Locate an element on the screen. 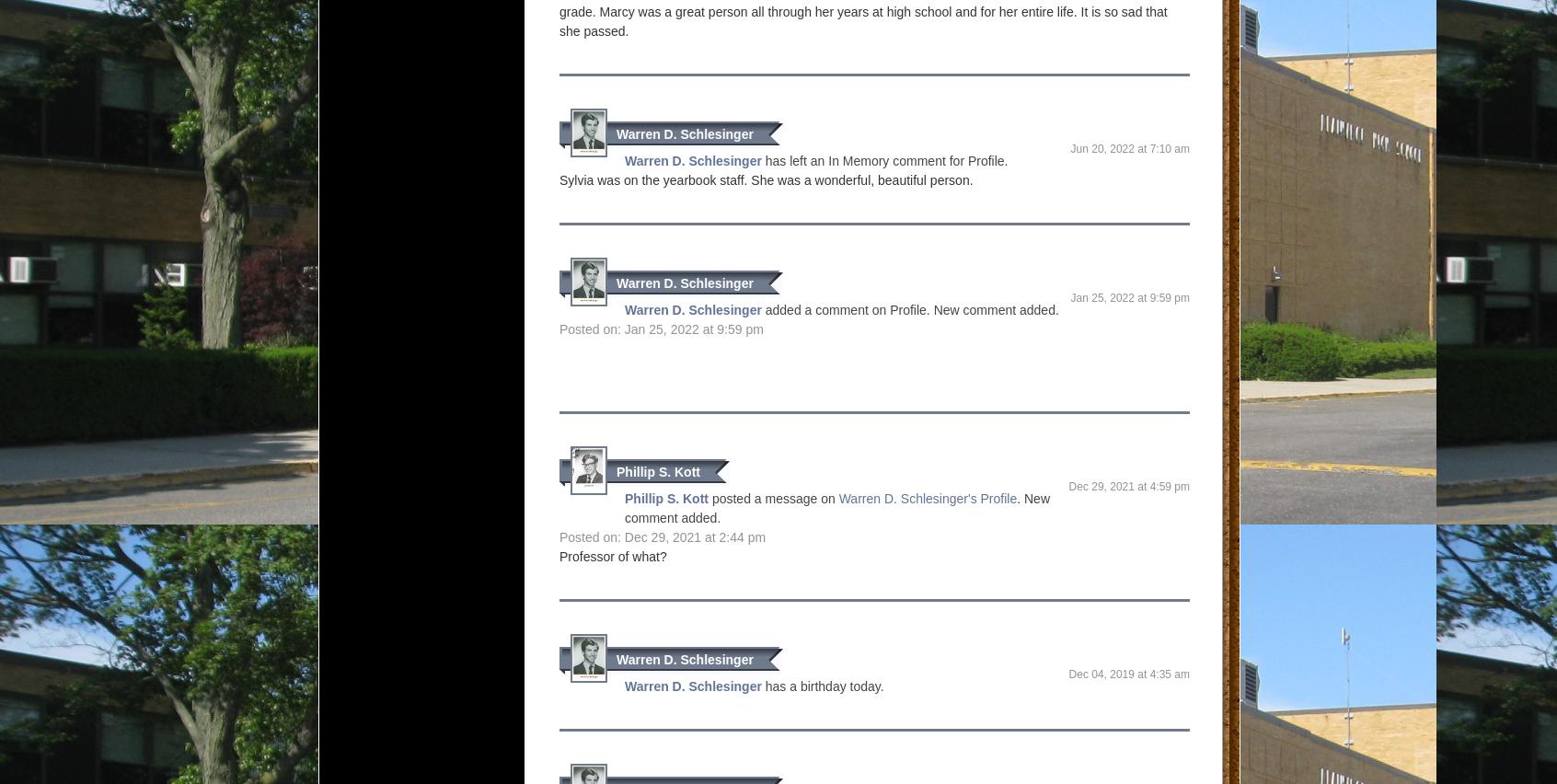 The width and height of the screenshot is (1557, 784). 'Dec 04, 2019 at' is located at coordinates (1067, 673).